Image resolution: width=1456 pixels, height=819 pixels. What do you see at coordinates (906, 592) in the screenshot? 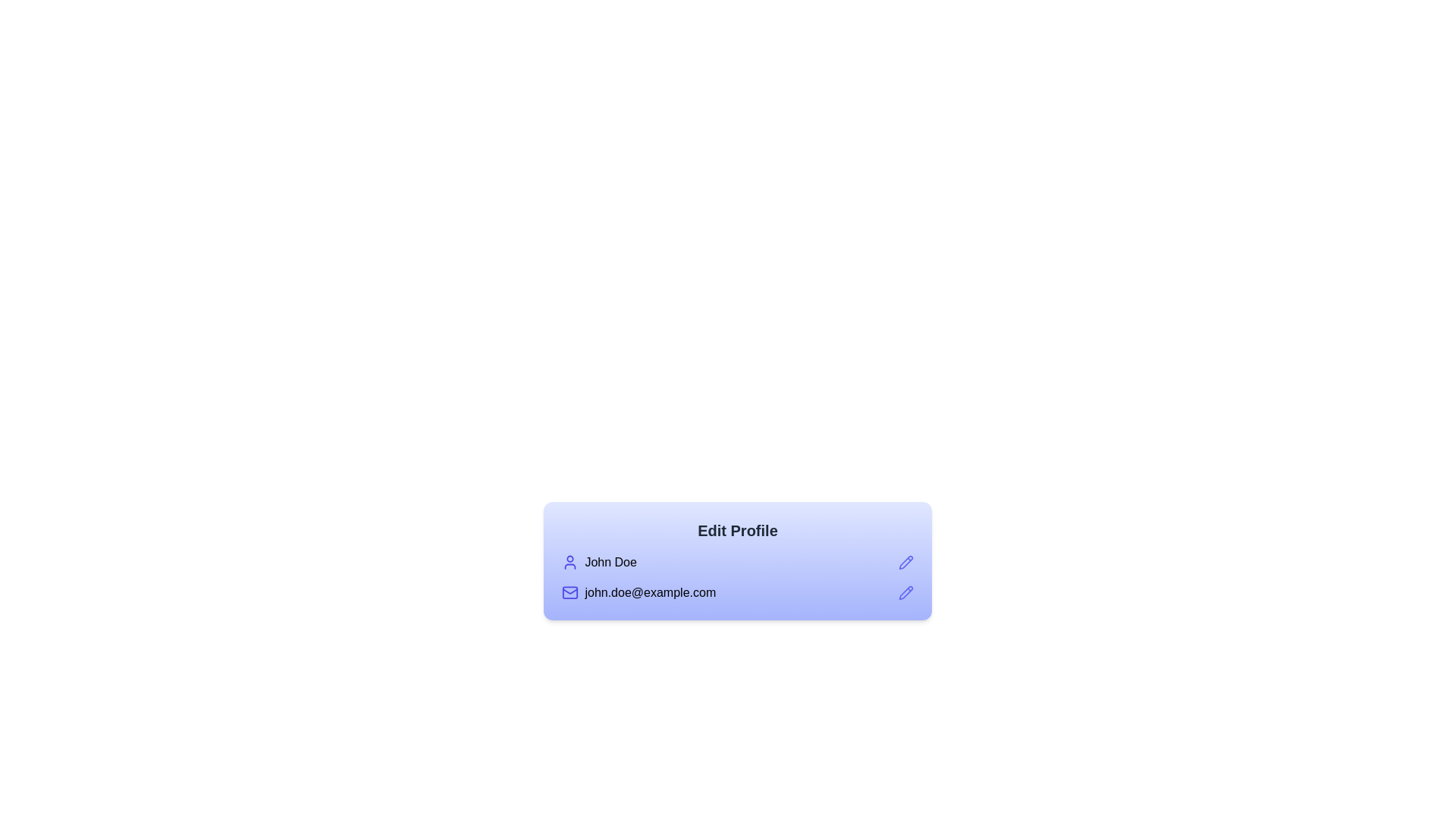
I see `the edit icon located at the bottom-right corner of the 'Edit Profile' panel to initiate the edit action` at bounding box center [906, 592].